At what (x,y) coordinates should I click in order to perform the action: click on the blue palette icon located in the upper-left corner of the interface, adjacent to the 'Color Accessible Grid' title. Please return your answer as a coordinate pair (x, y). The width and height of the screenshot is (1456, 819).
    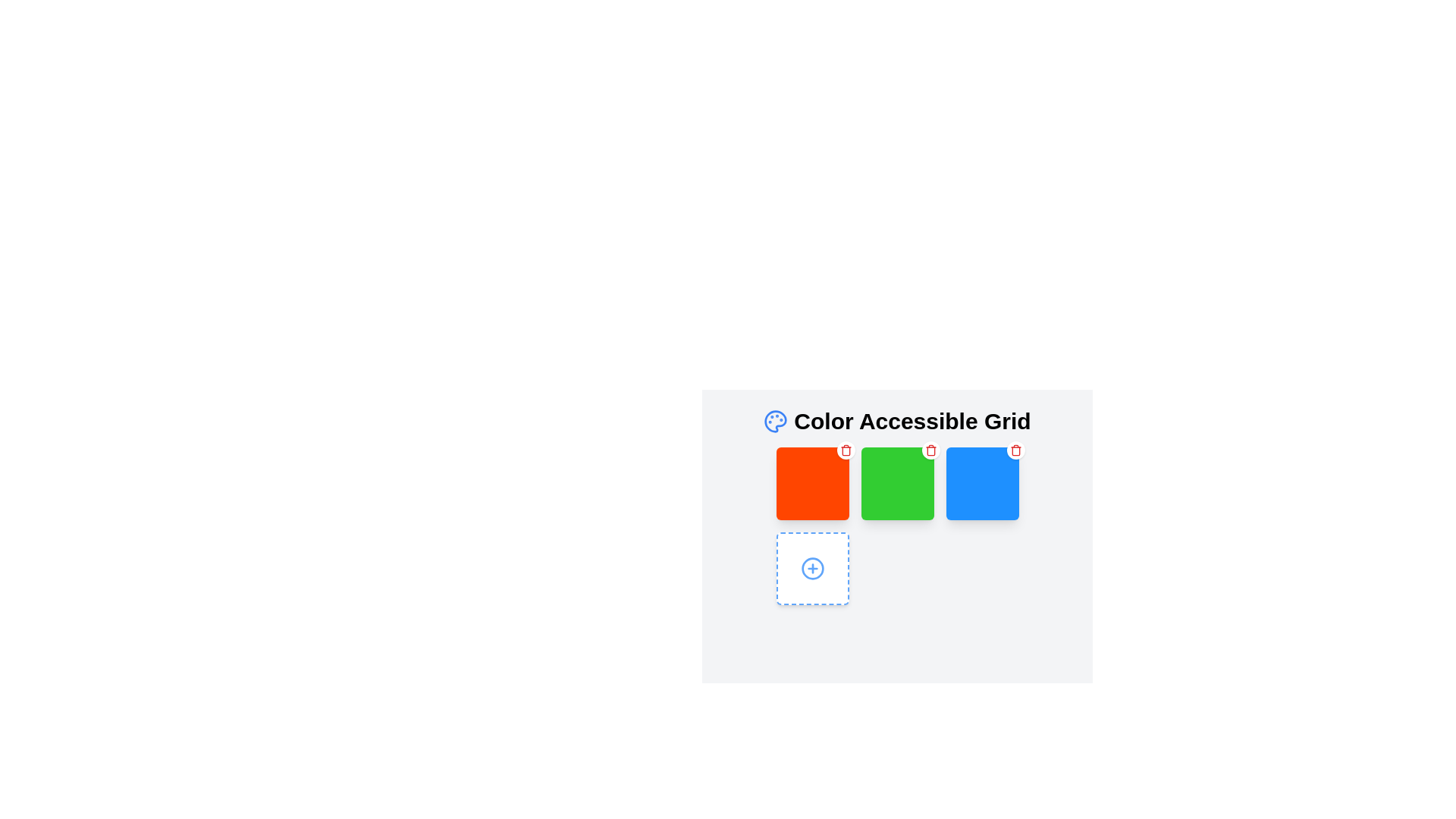
    Looking at the image, I should click on (776, 421).